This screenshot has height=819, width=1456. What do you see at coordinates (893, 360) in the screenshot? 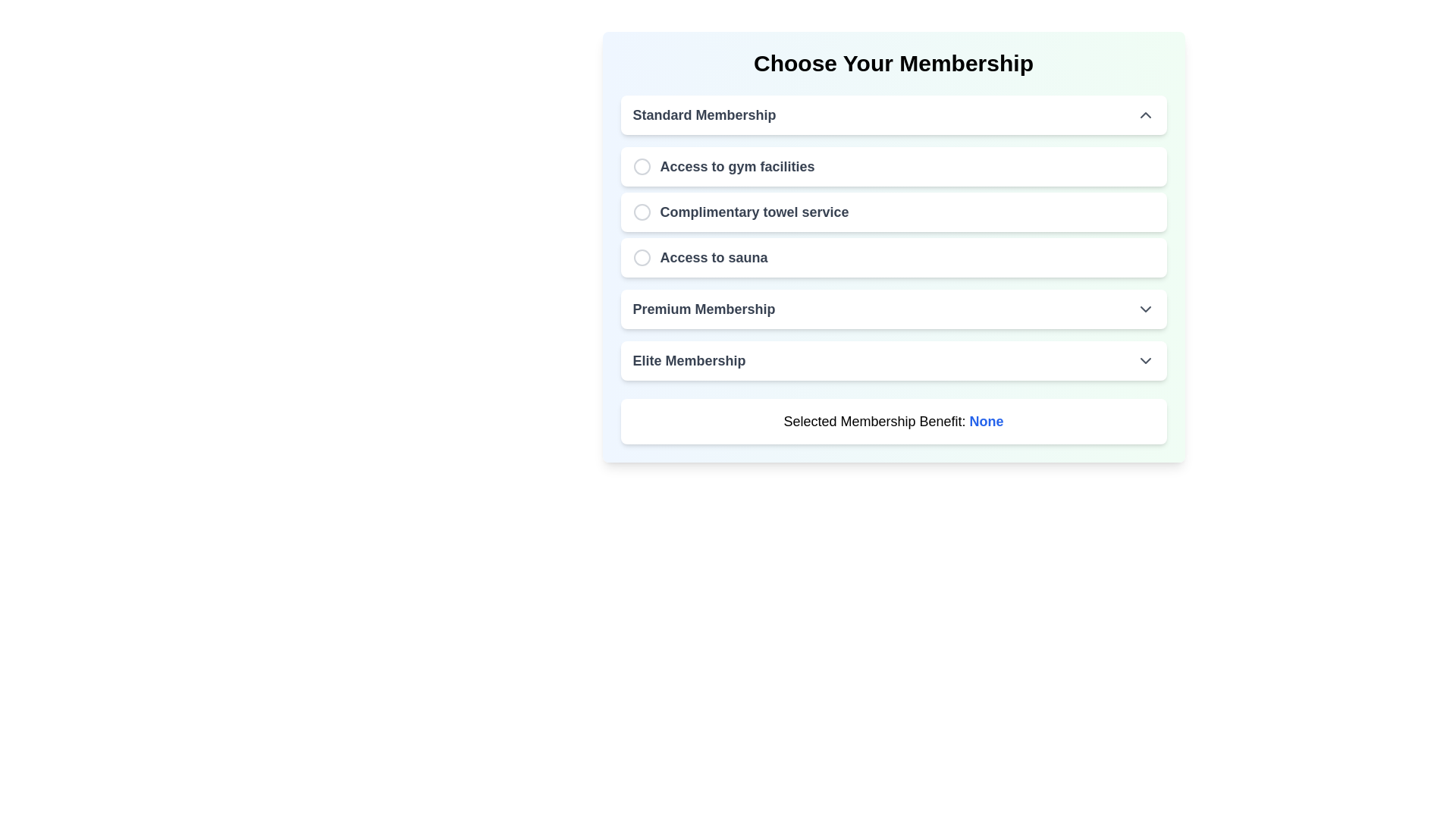
I see `the 'Elite Membership' button, which is the last selectable item` at bounding box center [893, 360].